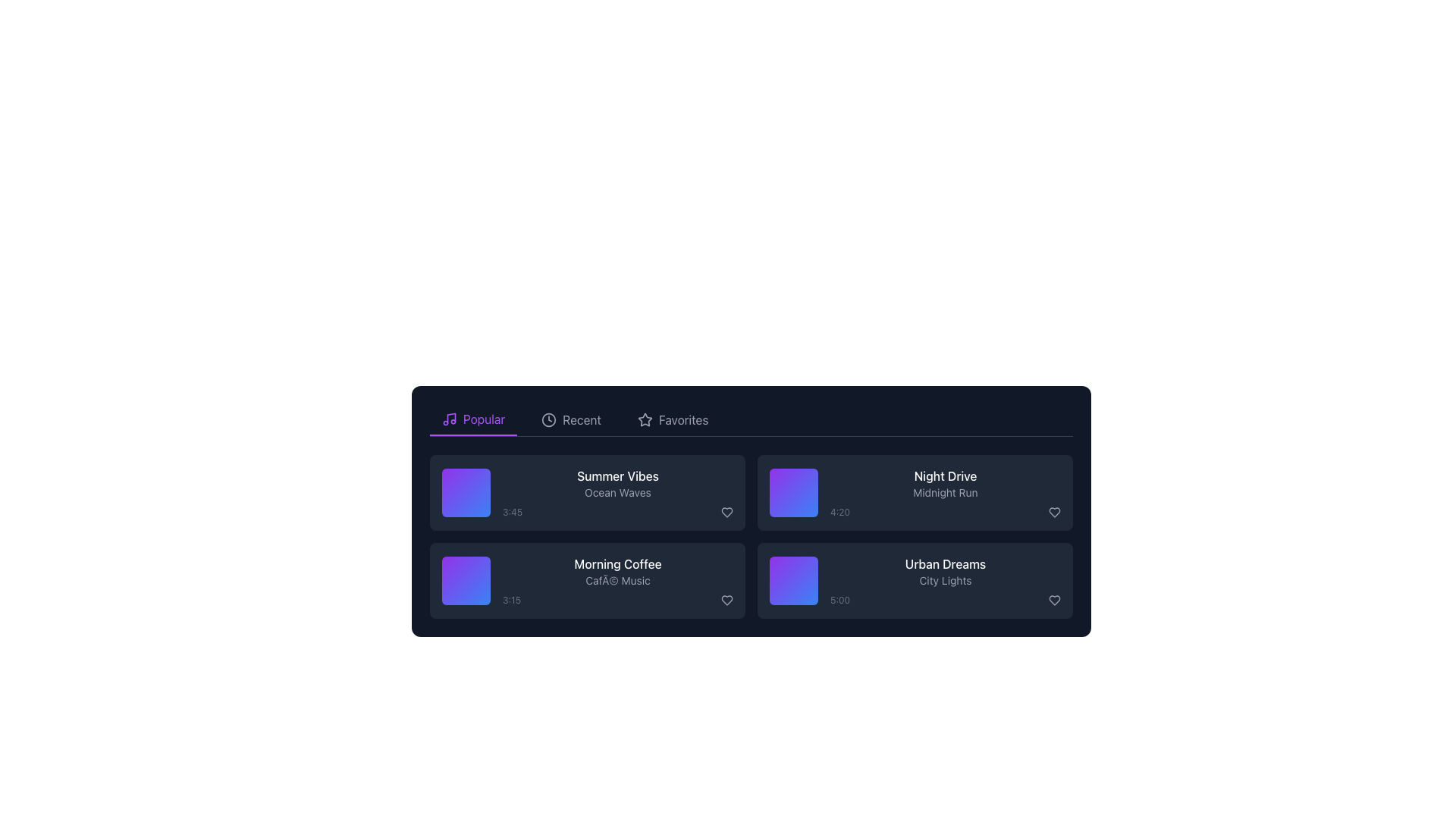  What do you see at coordinates (945, 580) in the screenshot?
I see `the subtitle text label located below 'Urban Dreams' and above '5:00' in the bottom-right card` at bounding box center [945, 580].